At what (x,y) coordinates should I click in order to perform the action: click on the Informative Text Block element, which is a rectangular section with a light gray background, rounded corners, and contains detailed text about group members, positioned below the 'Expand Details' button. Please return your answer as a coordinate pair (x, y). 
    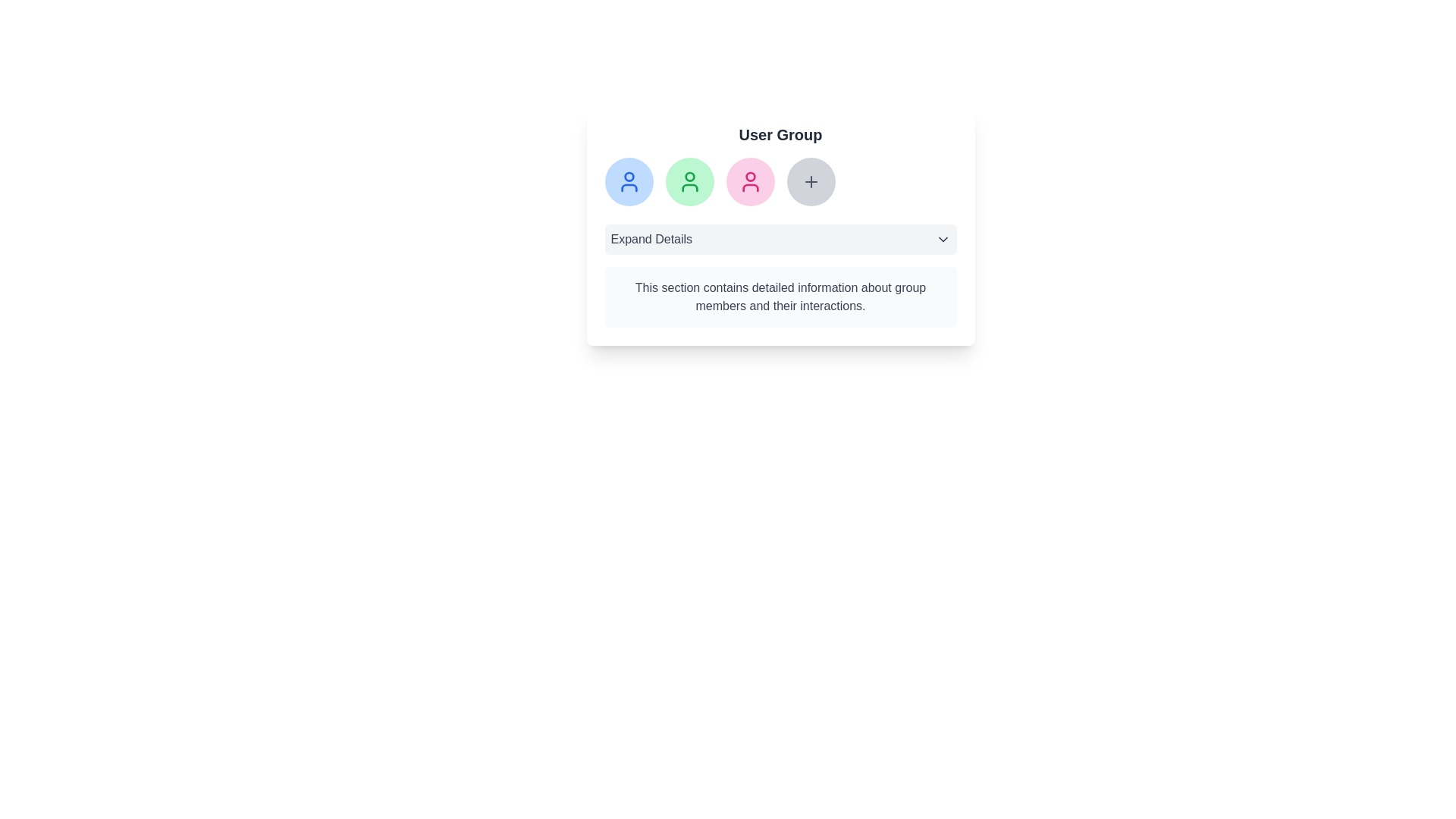
    Looking at the image, I should click on (780, 297).